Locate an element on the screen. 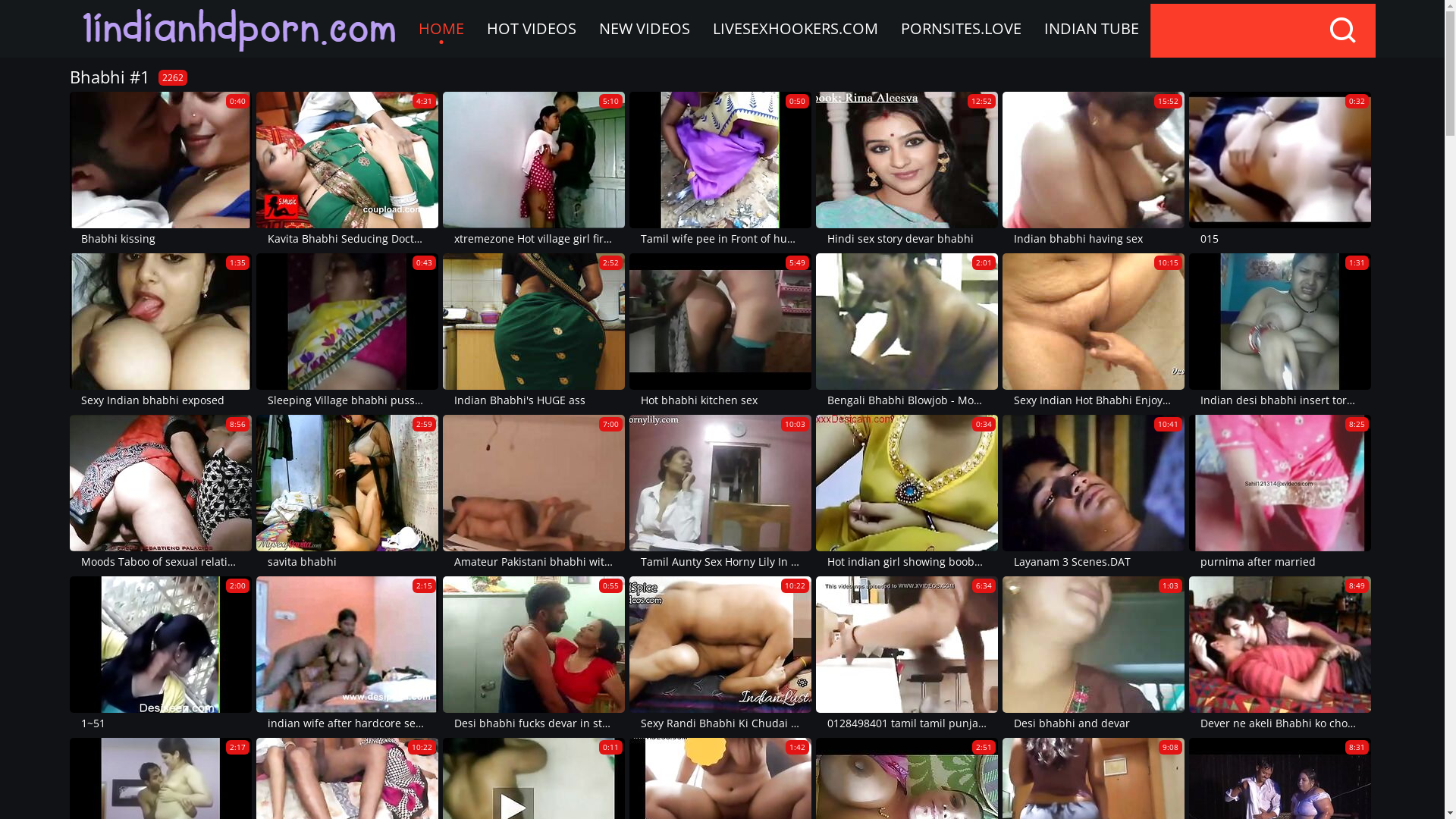 This screenshot has height=819, width=1456. 'LIVESEXHOOKERS.COM' is located at coordinates (793, 29).